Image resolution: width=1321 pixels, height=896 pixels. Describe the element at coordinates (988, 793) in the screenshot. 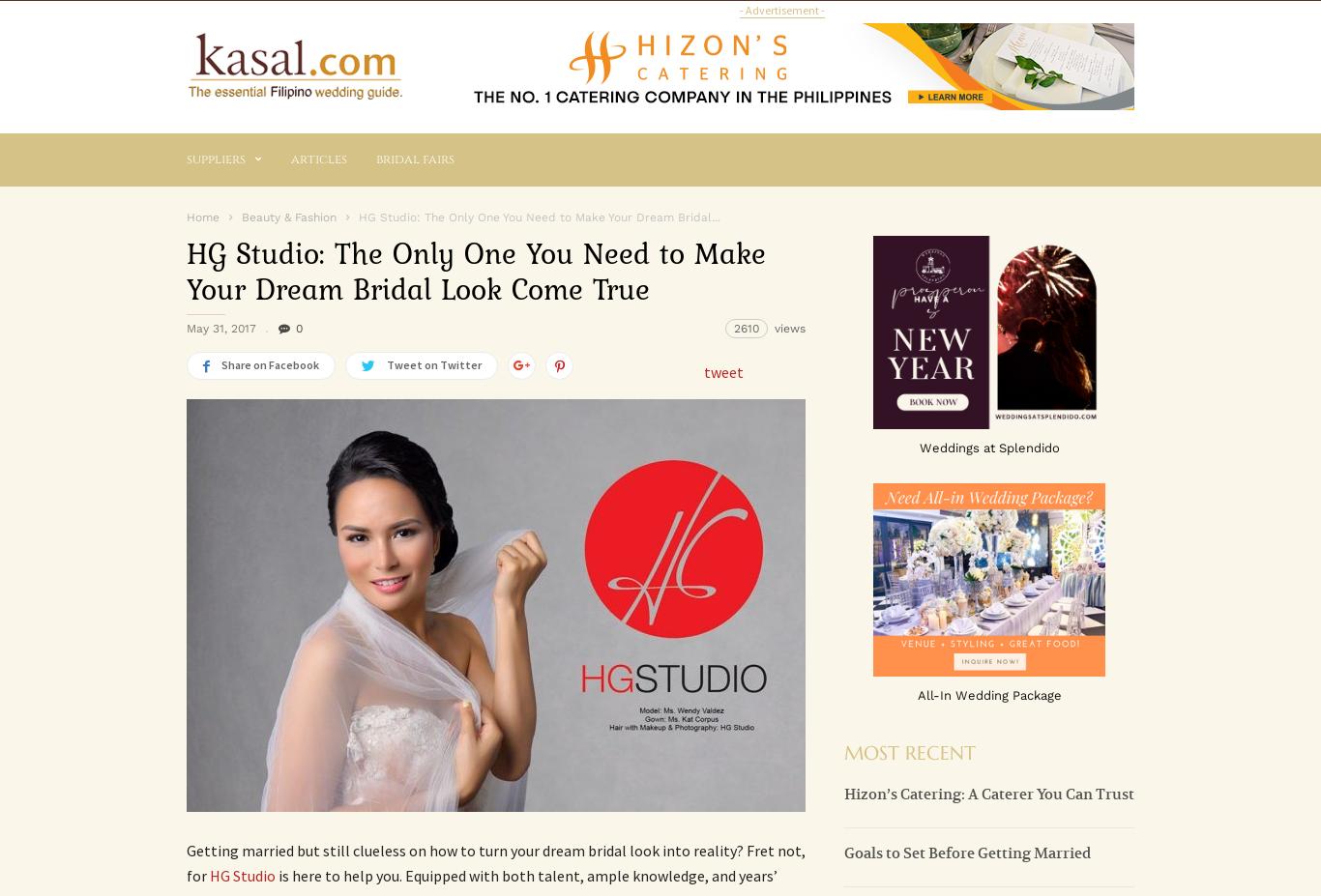

I see `'Hizon’s Catering: A Caterer You Can Trust'` at that location.